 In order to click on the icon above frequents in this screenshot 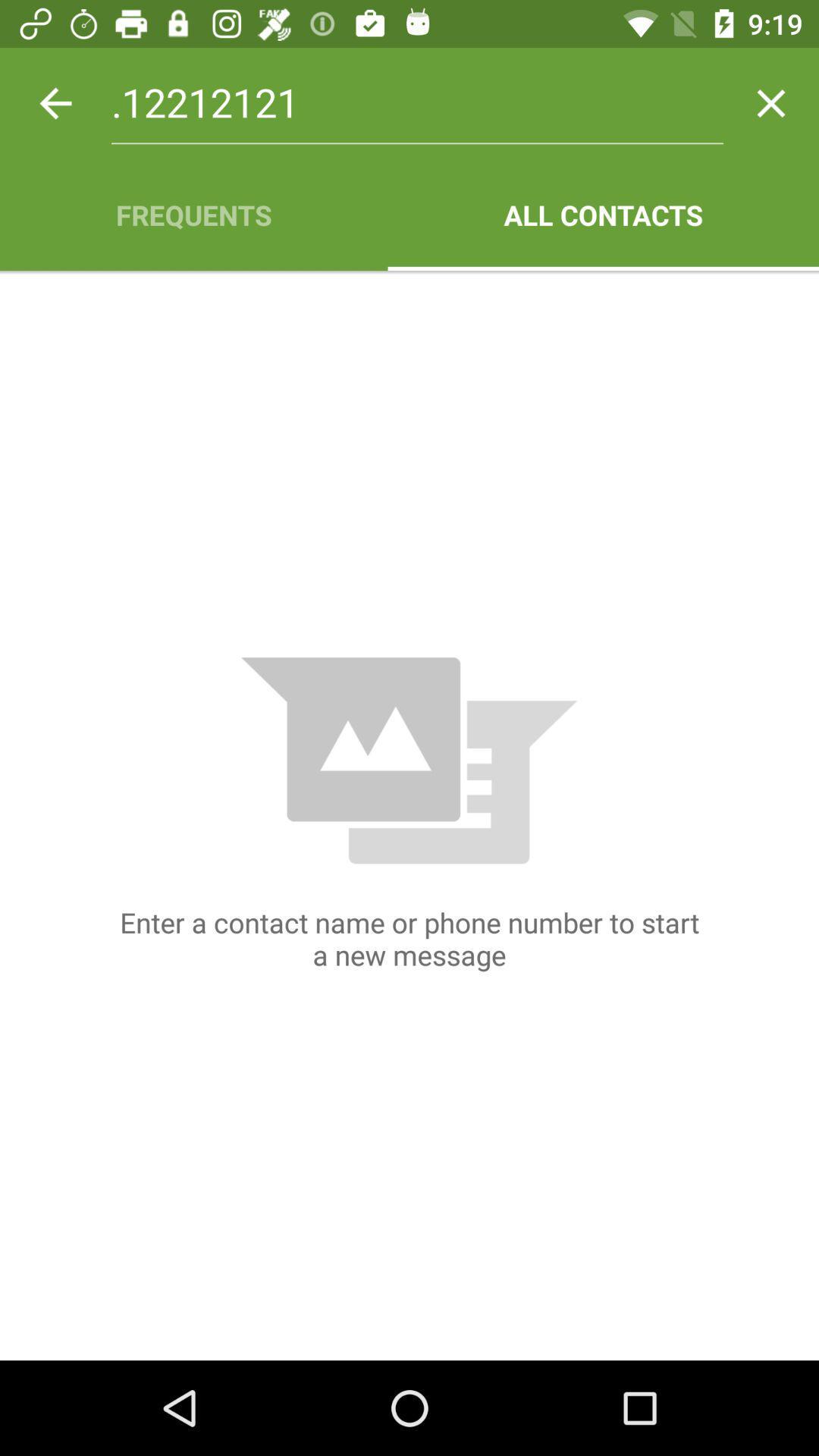, I will do `click(55, 102)`.